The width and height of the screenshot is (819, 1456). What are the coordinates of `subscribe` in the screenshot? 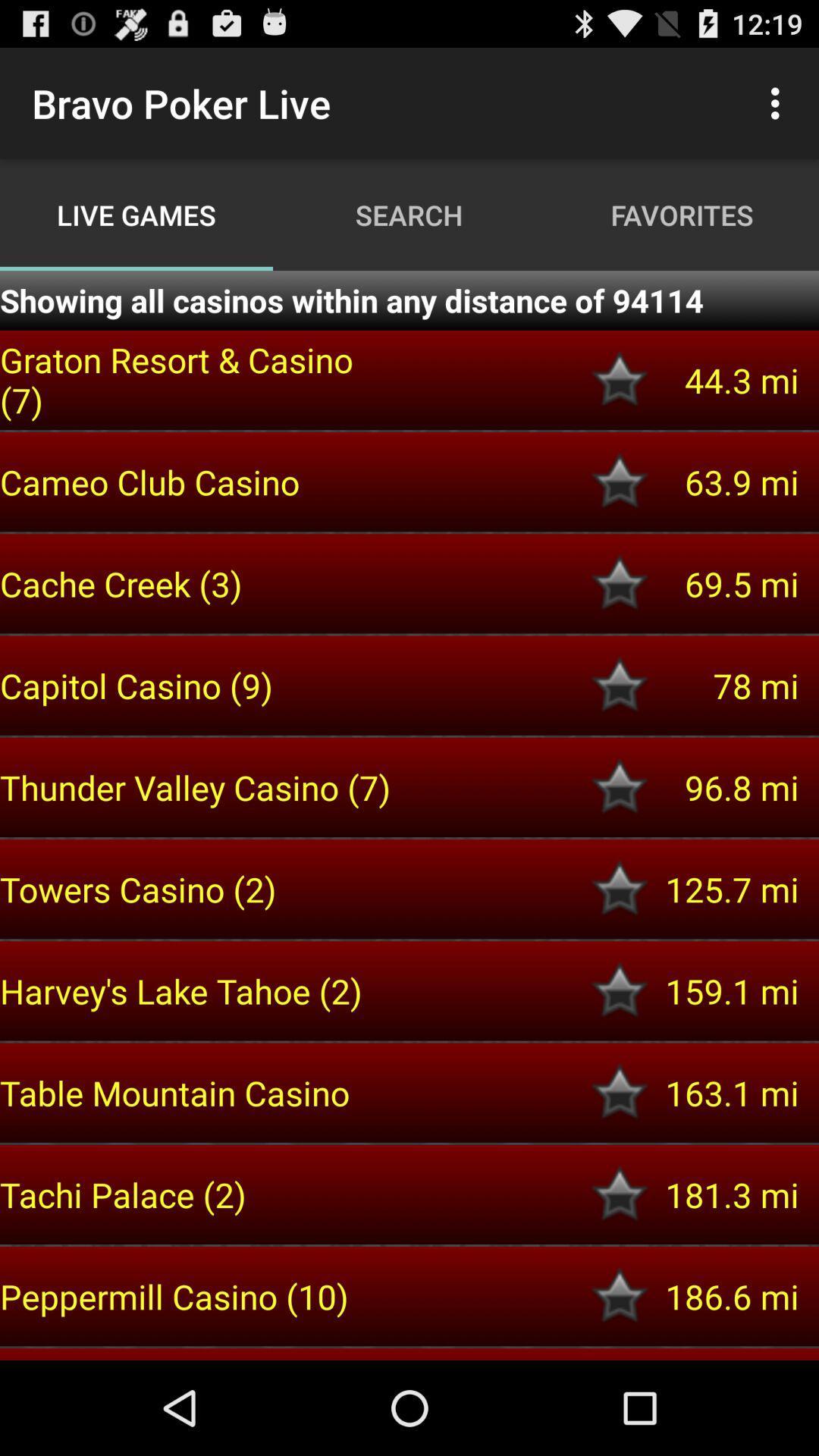 It's located at (620, 787).